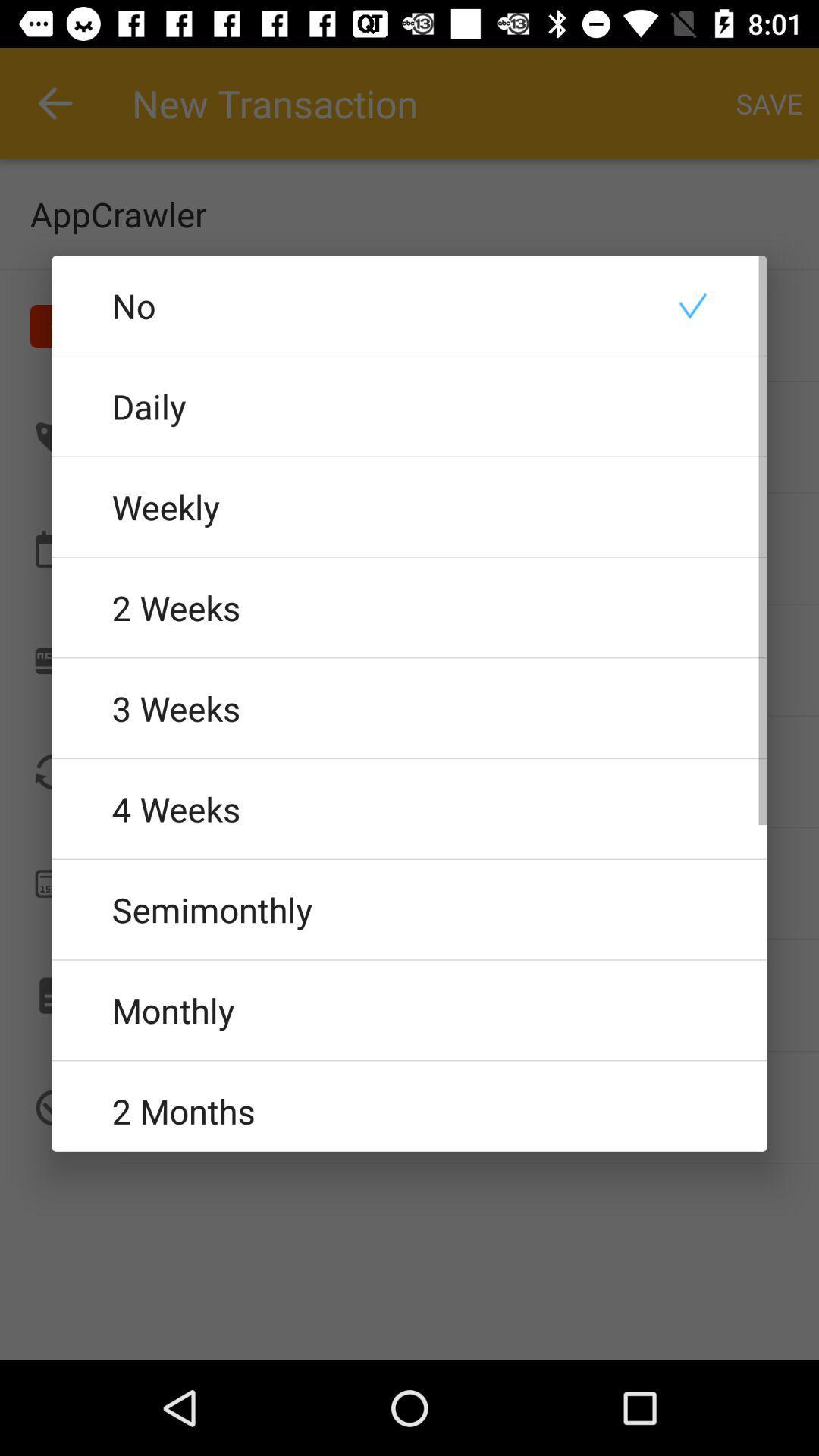 The image size is (819, 1456). Describe the element at coordinates (409, 909) in the screenshot. I see `the semimonthly item` at that location.